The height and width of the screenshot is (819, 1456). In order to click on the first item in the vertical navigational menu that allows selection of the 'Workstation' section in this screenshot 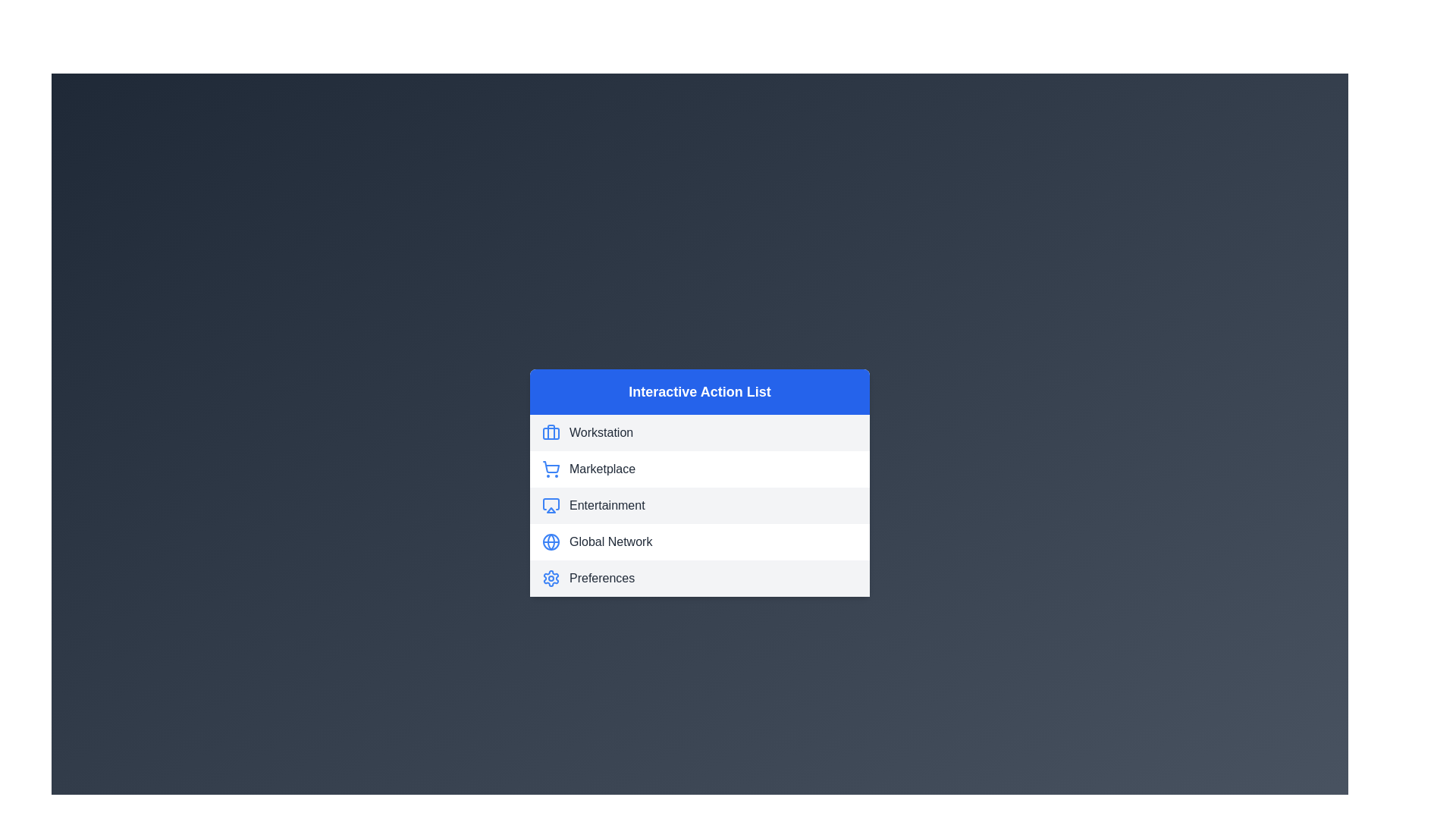, I will do `click(698, 432)`.